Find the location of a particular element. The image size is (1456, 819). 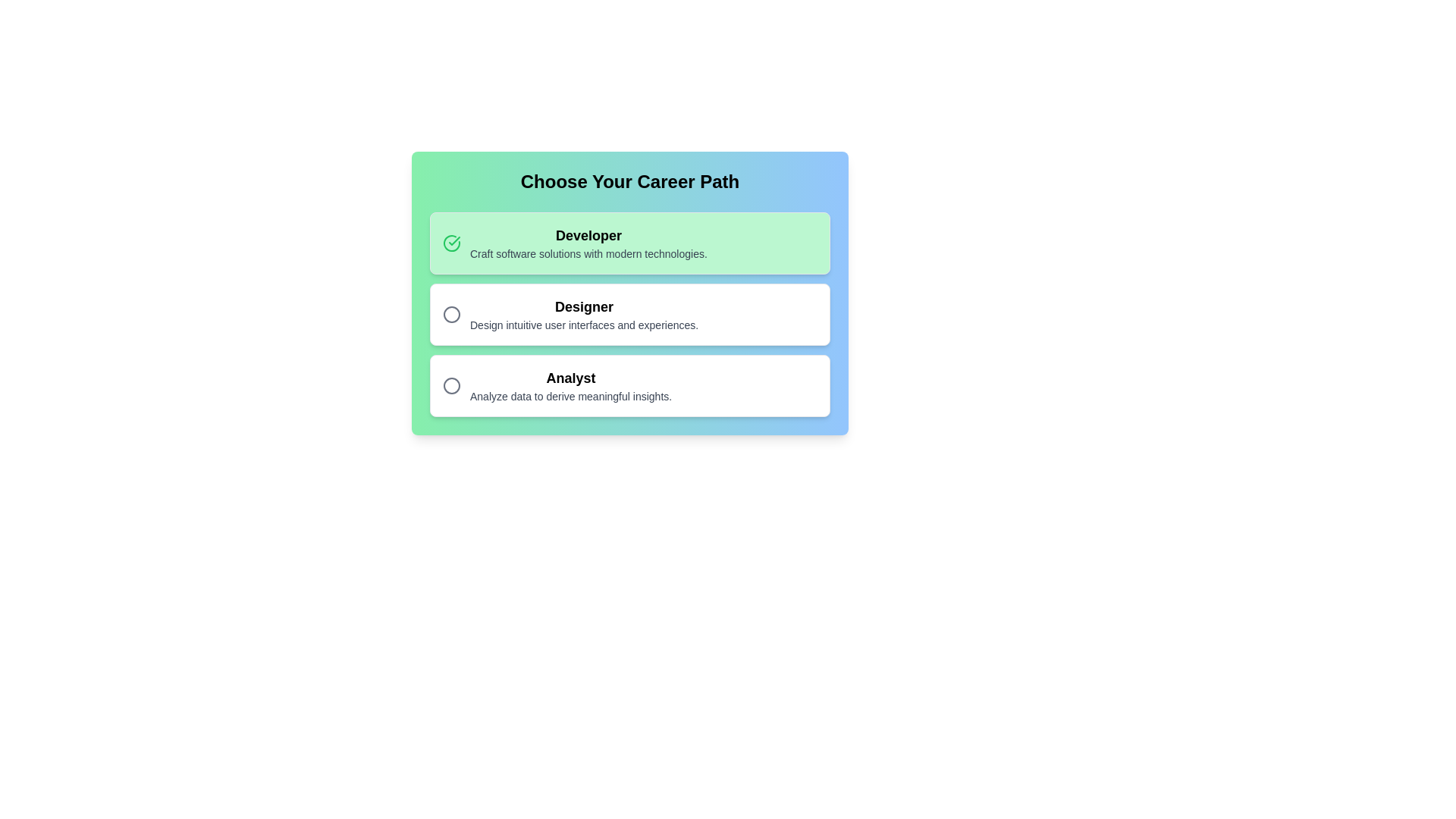

the descriptive text block providing information about the 'Analyst' role, located below the 'Analyst' heading is located at coordinates (570, 396).